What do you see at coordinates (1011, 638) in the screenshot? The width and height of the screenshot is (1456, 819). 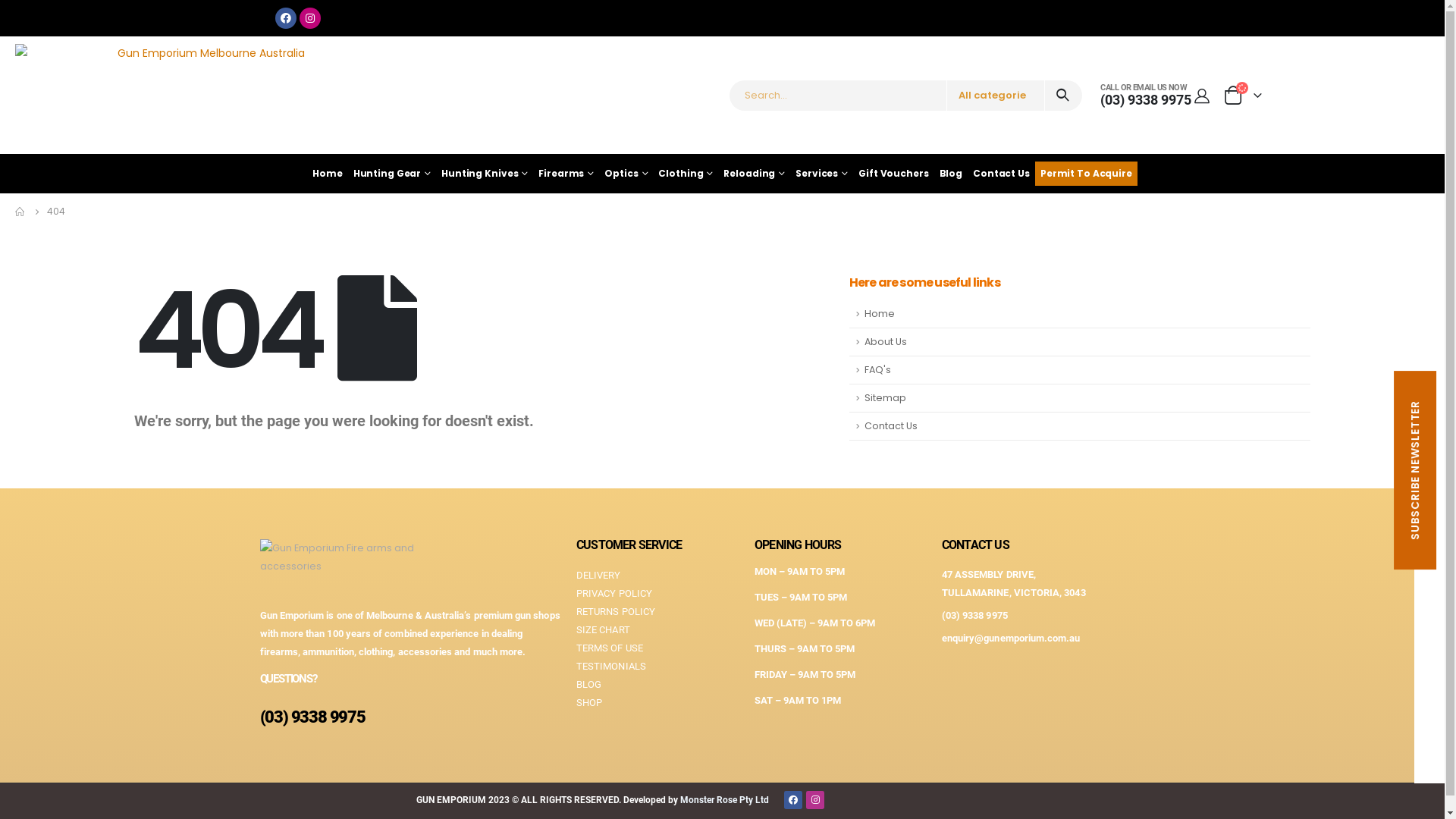 I see `'enquiry@gunemporium.com.au'` at bounding box center [1011, 638].